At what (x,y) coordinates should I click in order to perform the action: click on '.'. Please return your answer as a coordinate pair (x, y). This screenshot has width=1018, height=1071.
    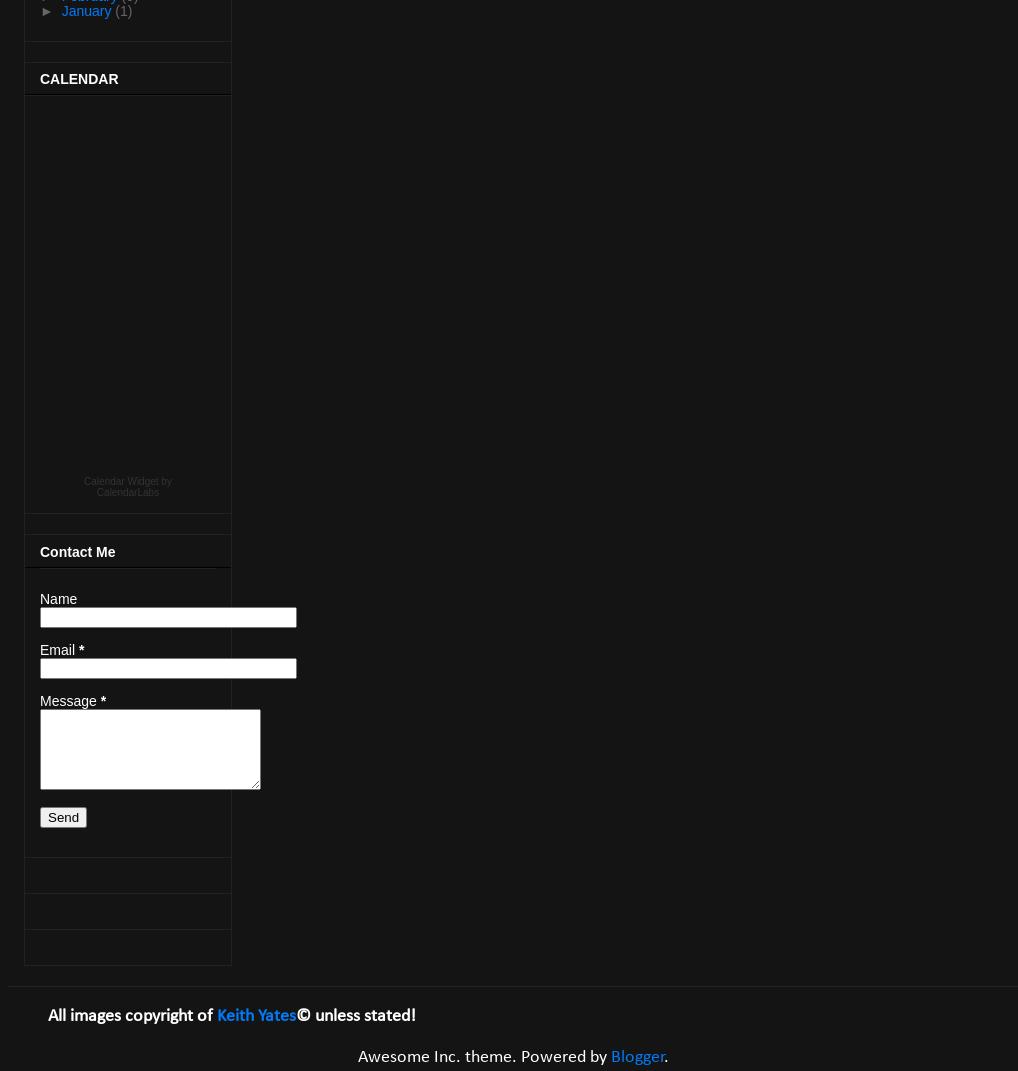
    Looking at the image, I should click on (665, 1056).